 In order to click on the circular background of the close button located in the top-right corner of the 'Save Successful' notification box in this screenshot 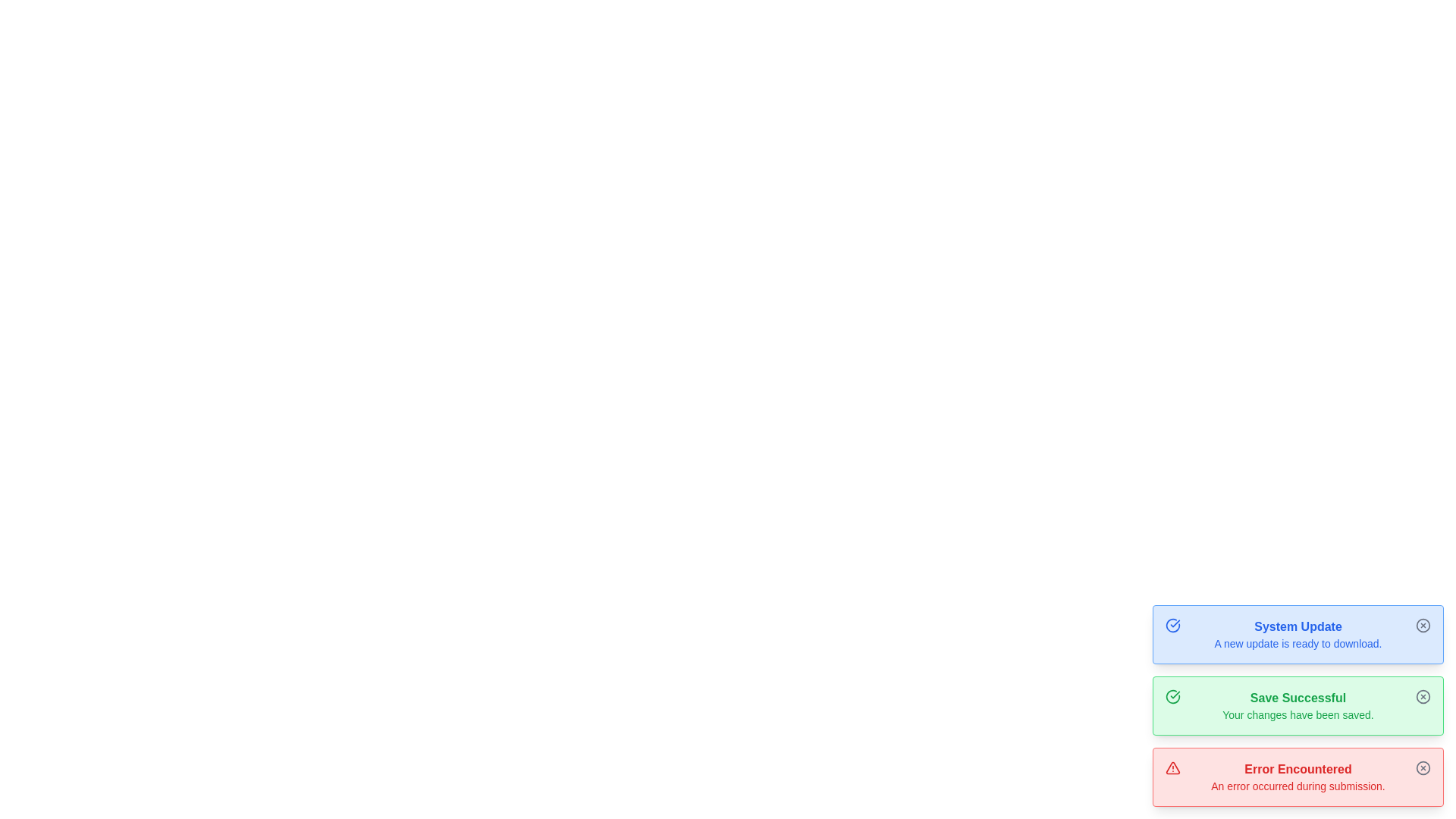, I will do `click(1422, 696)`.